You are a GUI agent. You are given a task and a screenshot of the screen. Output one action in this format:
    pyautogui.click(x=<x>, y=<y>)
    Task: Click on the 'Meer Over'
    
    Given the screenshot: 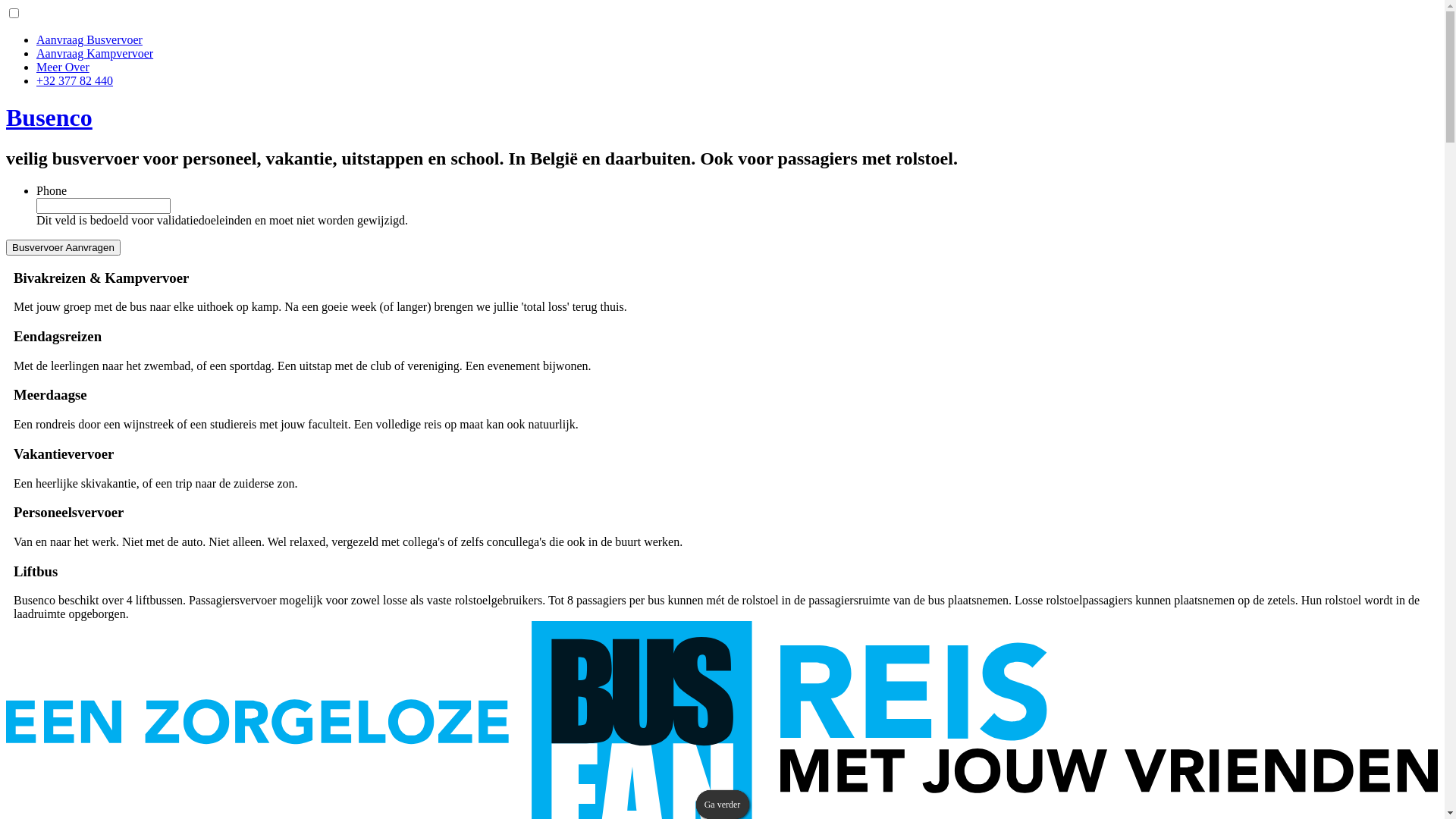 What is the action you would take?
    pyautogui.click(x=61, y=66)
    